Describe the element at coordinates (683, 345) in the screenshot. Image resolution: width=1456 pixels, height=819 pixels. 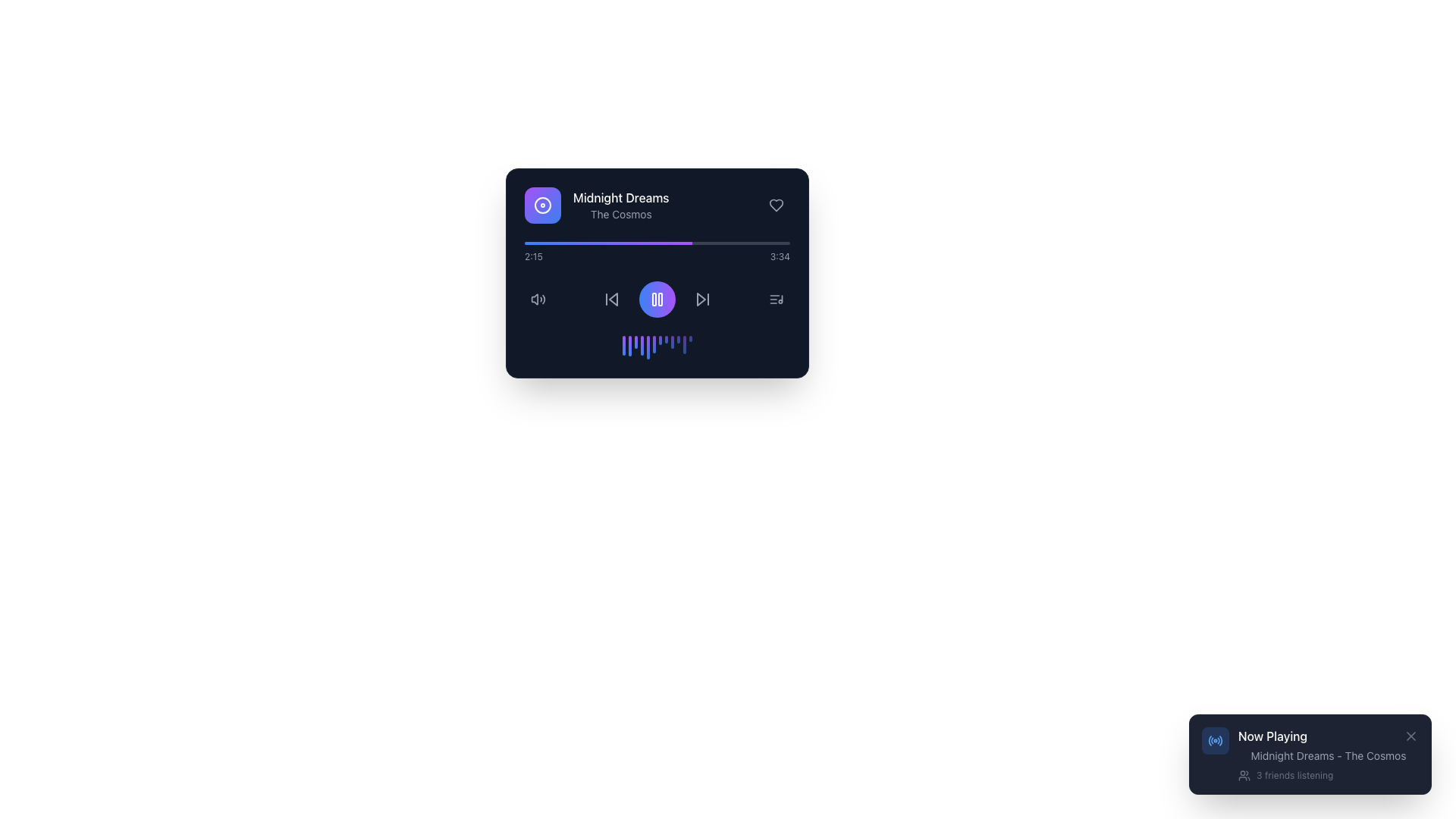
I see `the eleventh vertical audio visualizer bar, which features a gradient from blue to purple and has a pulsating animation, located at the bottom of the music player interface` at that location.